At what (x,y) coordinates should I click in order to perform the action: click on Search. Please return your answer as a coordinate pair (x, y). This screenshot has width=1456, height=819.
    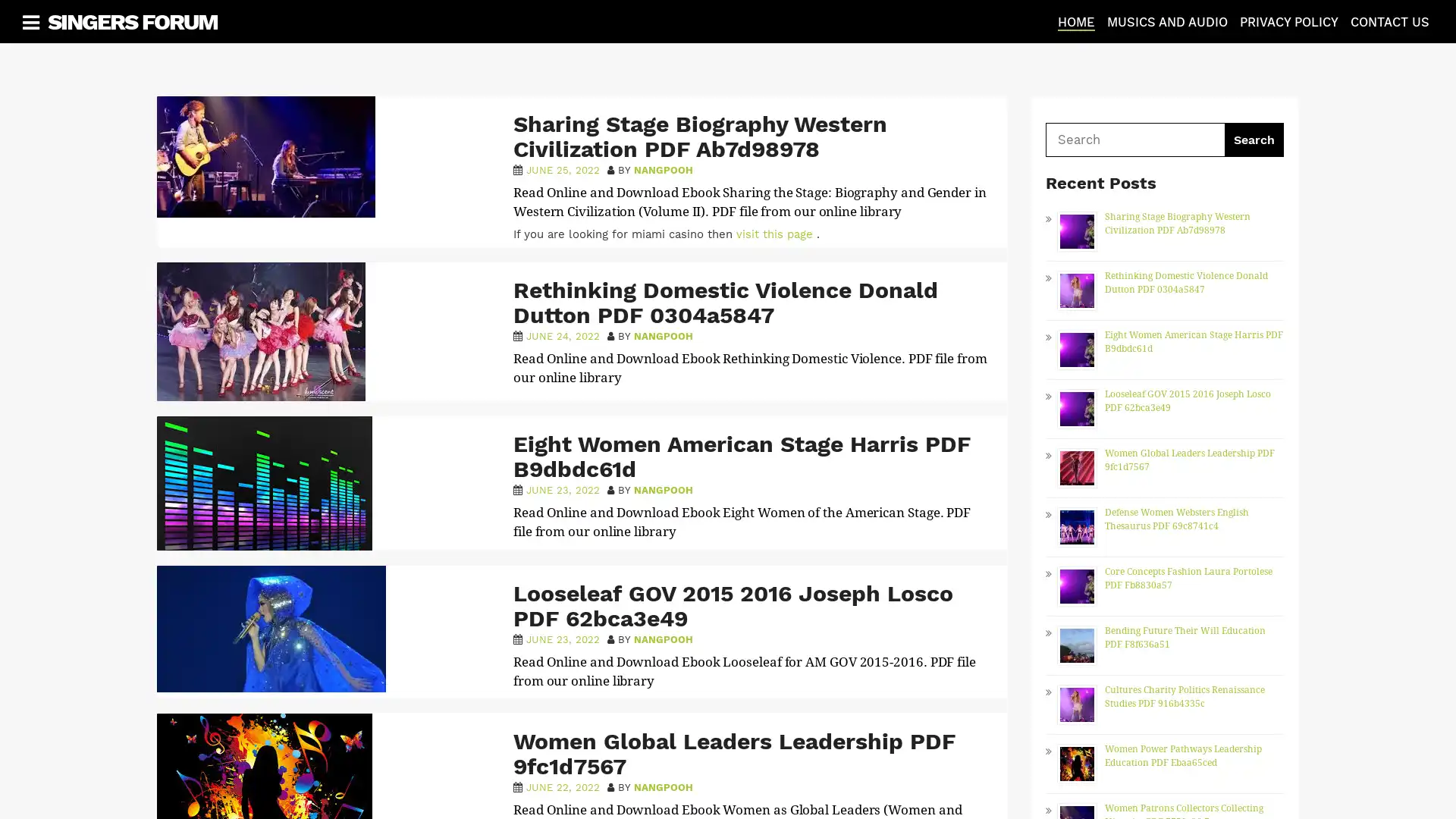
    Looking at the image, I should click on (1254, 140).